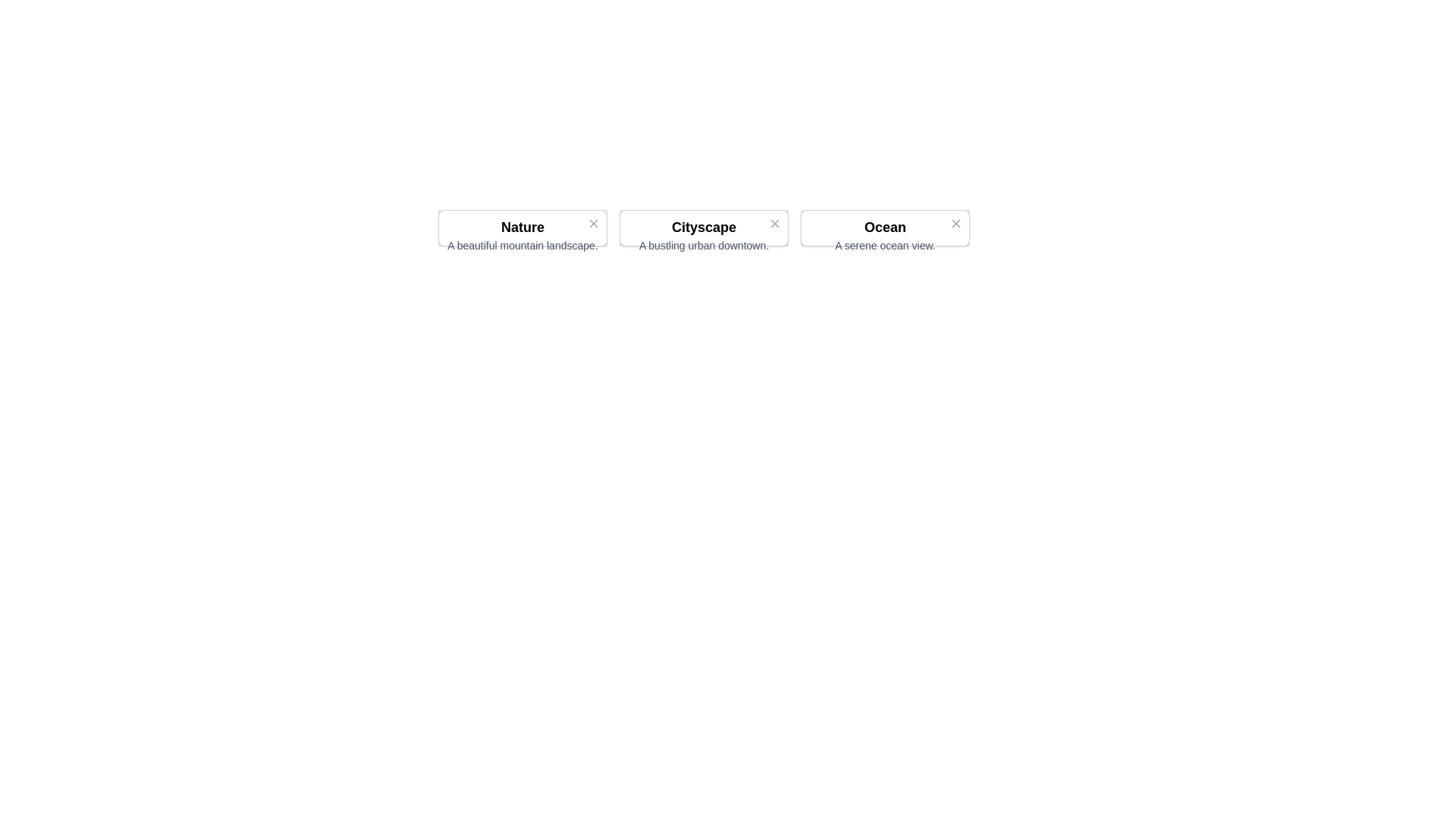 Image resolution: width=1456 pixels, height=819 pixels. Describe the element at coordinates (885, 227) in the screenshot. I see `the 'Ocean' card, which is the third card in a horizontal list of three, located to the far right, to interact with it` at that location.